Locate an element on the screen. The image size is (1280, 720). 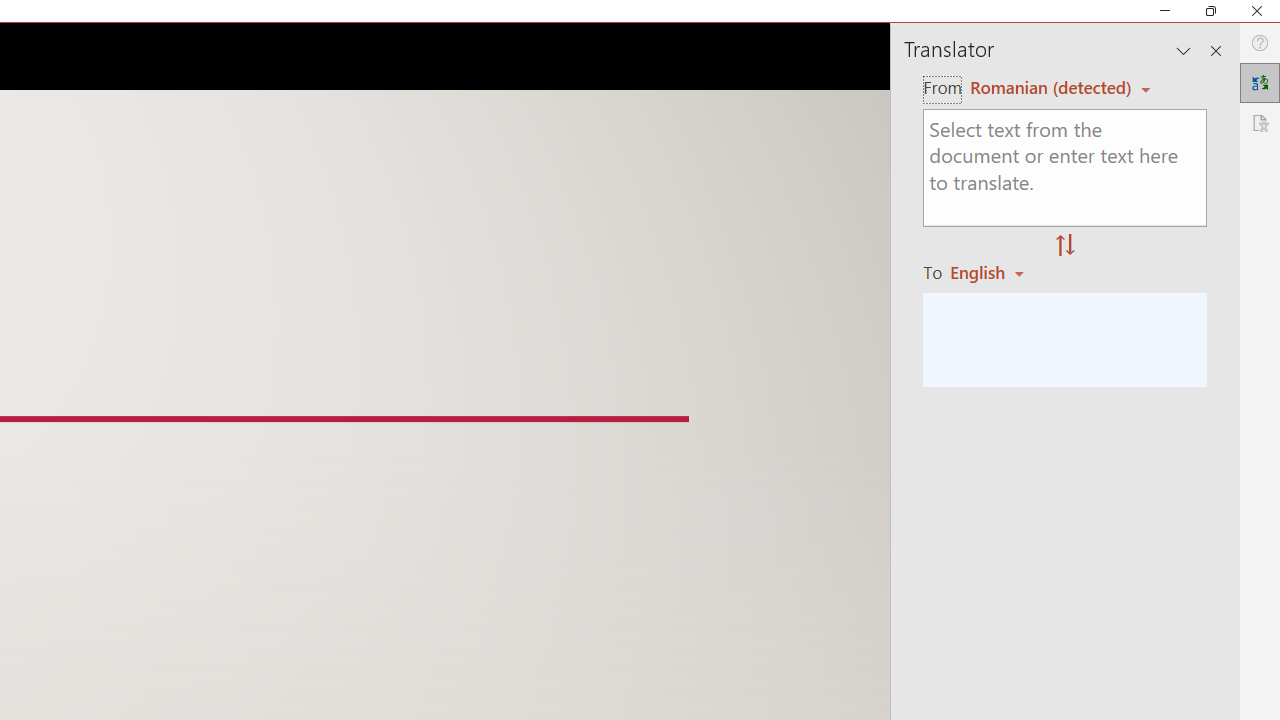
'Czech (detected)' is located at coordinates (1046, 86).